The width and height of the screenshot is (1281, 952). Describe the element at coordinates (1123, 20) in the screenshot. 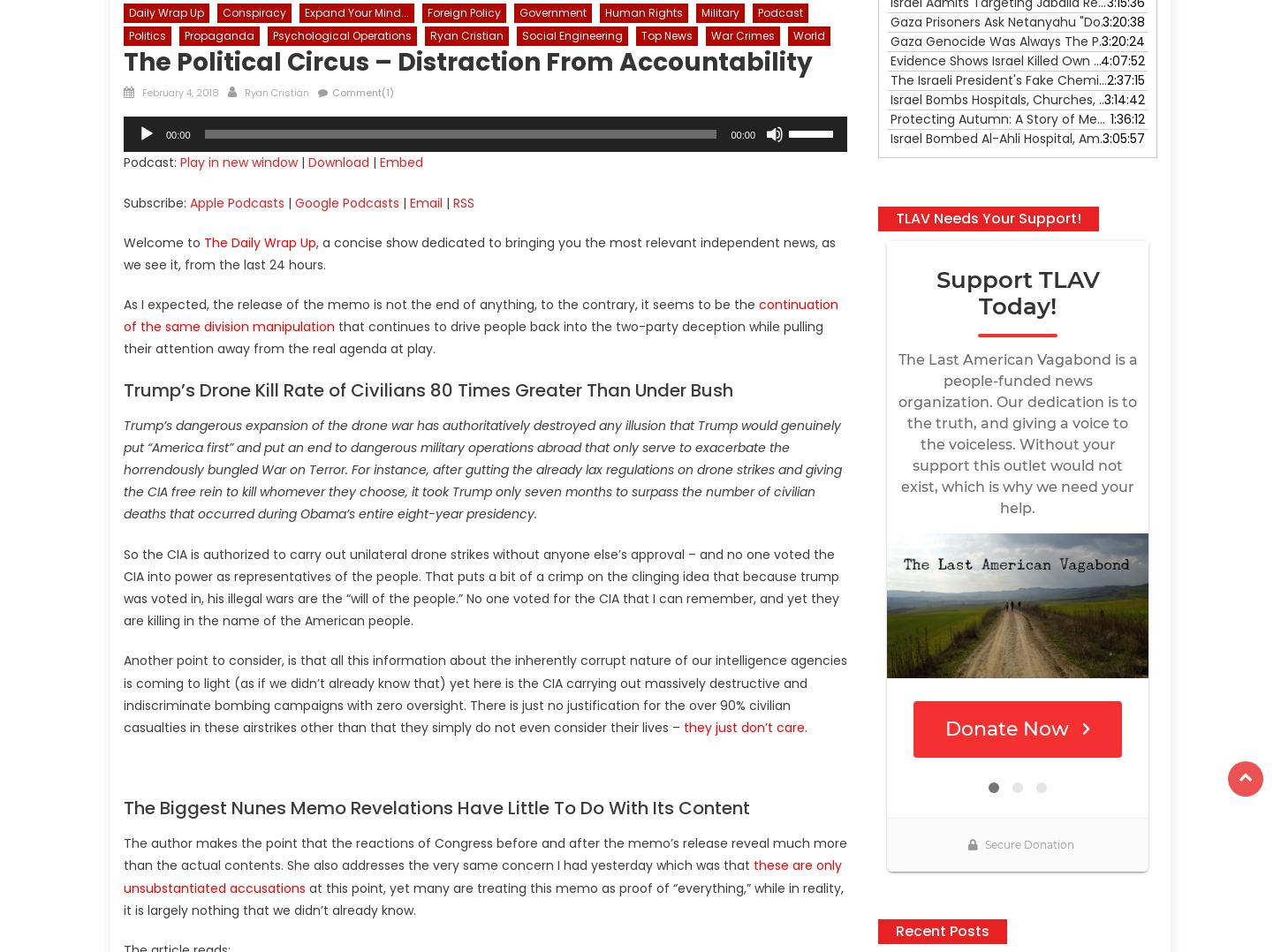

I see `'3:20:38'` at that location.